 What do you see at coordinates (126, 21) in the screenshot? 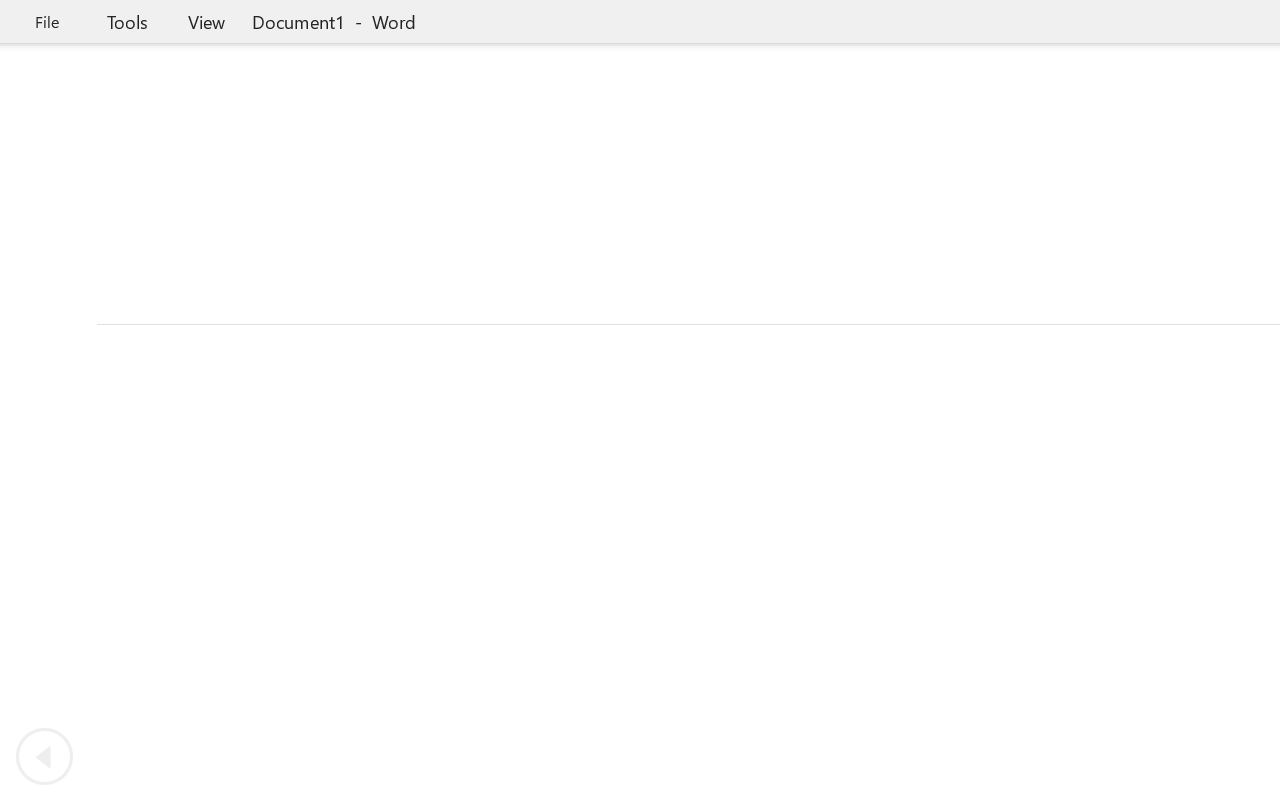
I see `'Tools'` at bounding box center [126, 21].